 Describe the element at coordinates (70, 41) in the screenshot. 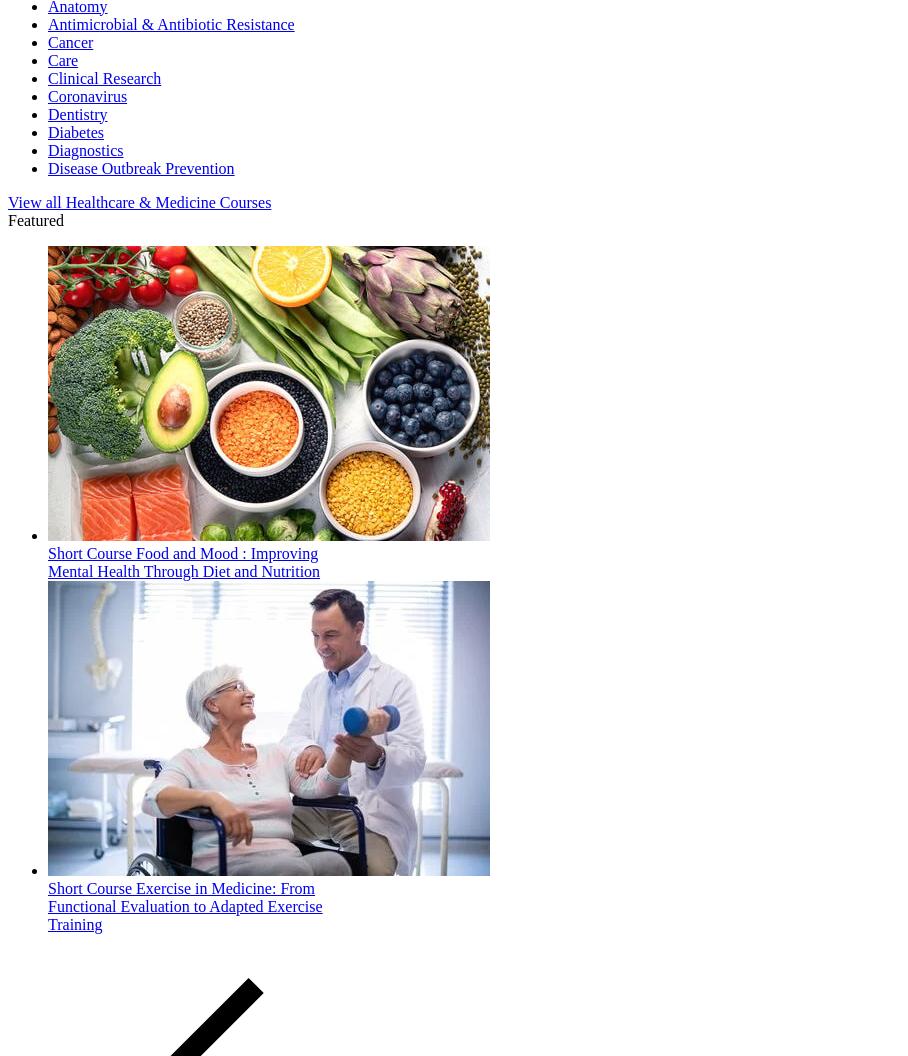

I see `'Cancer'` at that location.